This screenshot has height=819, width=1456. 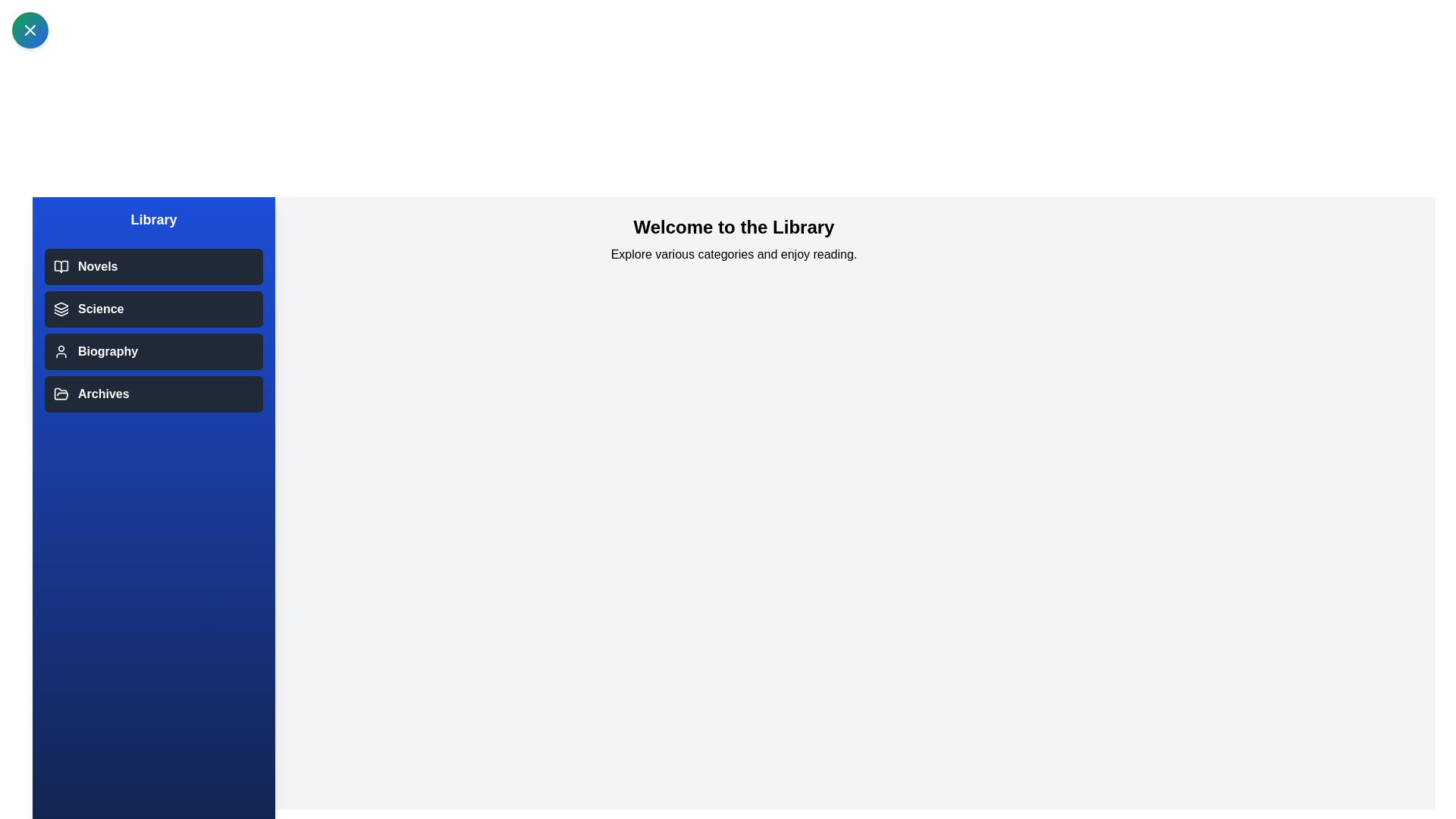 What do you see at coordinates (153, 394) in the screenshot?
I see `the category Archives in the drawer list` at bounding box center [153, 394].